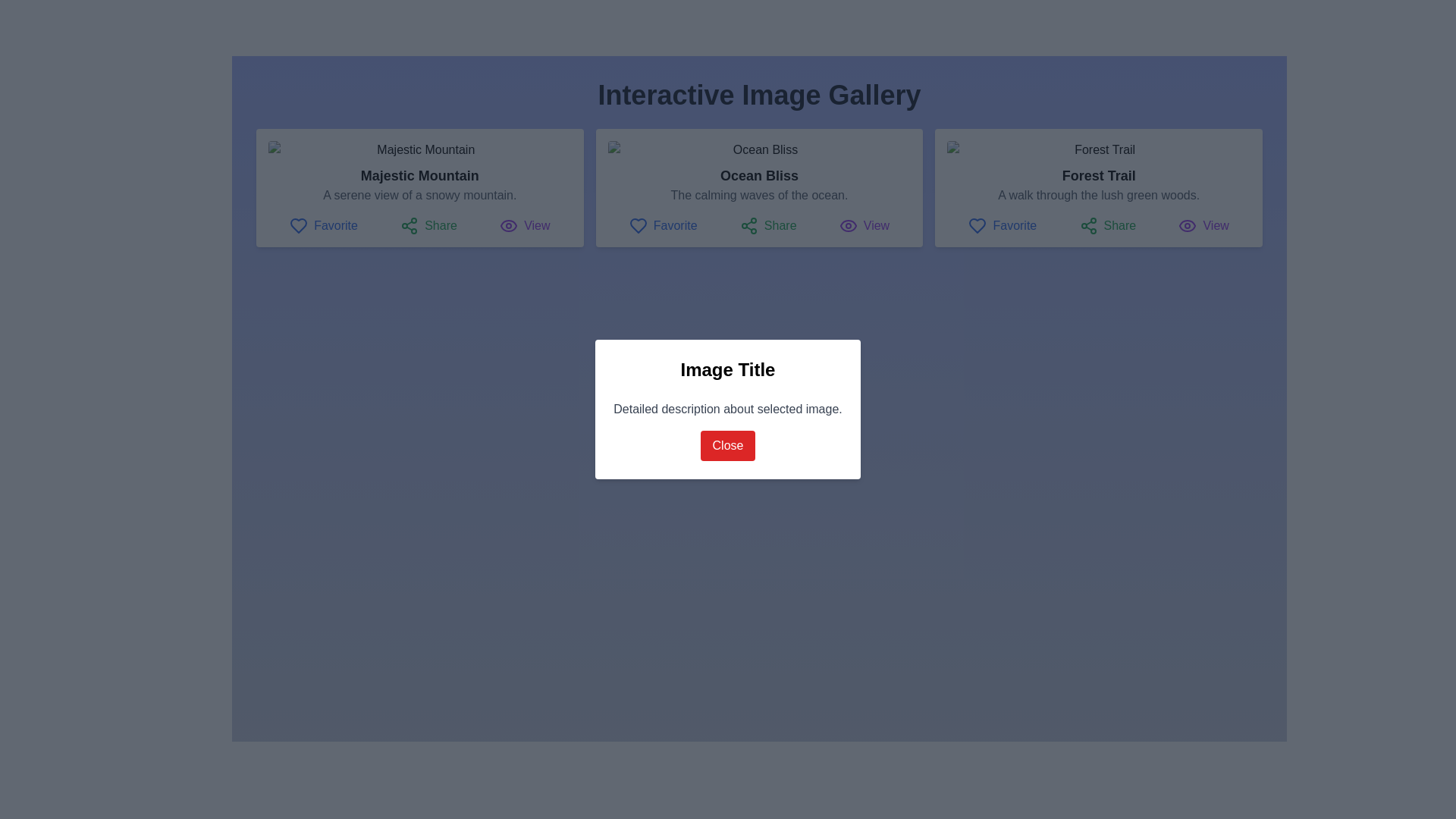 The width and height of the screenshot is (1456, 819). What do you see at coordinates (299, 225) in the screenshot?
I see `the heart icon styled as an outline, blue in color, located to the left of the text 'Favorite' within the 'Majestic Mountain' card` at bounding box center [299, 225].